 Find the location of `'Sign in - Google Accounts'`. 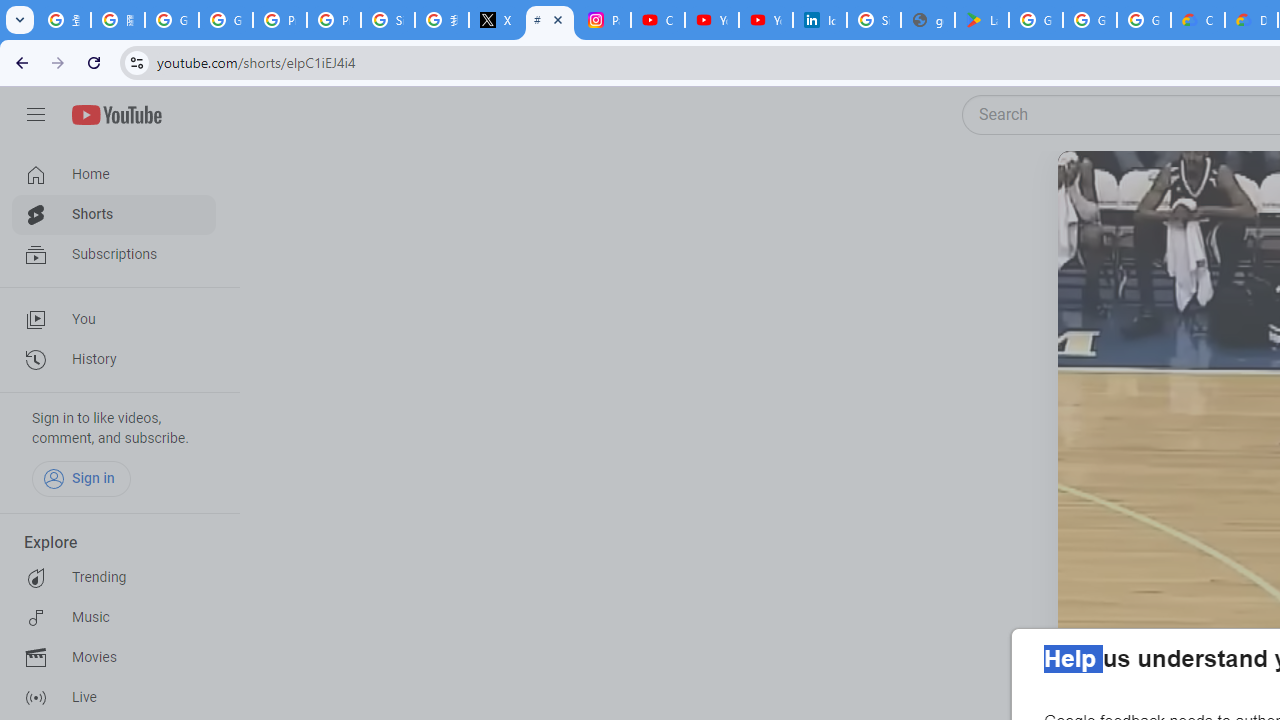

'Sign in - Google Accounts' is located at coordinates (387, 20).